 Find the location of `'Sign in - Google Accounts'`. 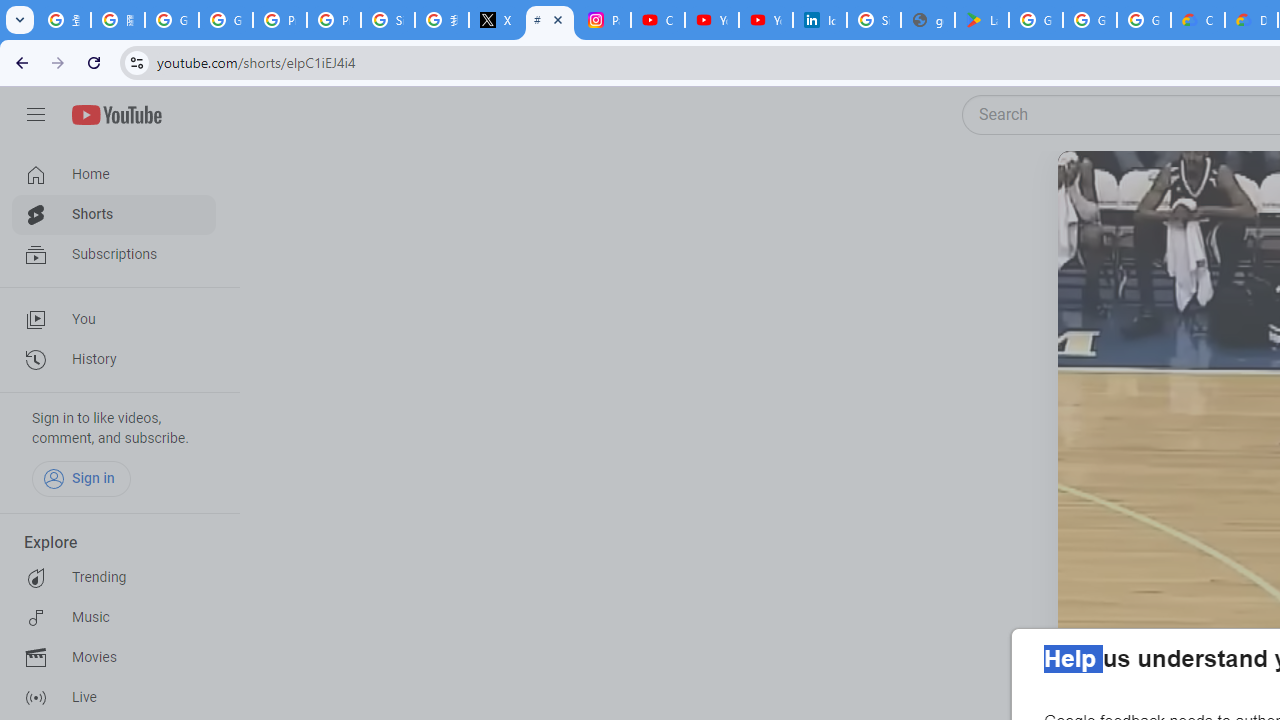

'Sign in - Google Accounts' is located at coordinates (387, 20).